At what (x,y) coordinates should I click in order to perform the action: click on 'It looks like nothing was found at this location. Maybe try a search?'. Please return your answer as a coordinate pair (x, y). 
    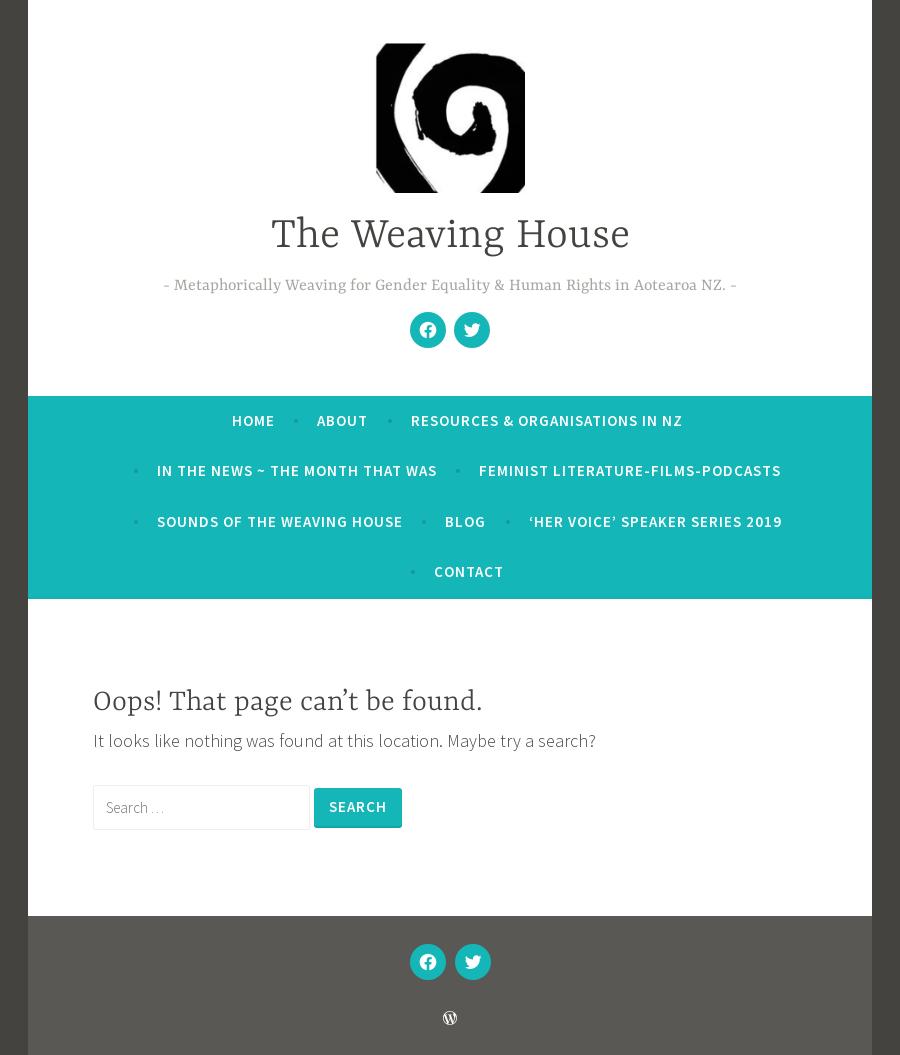
    Looking at the image, I should click on (343, 740).